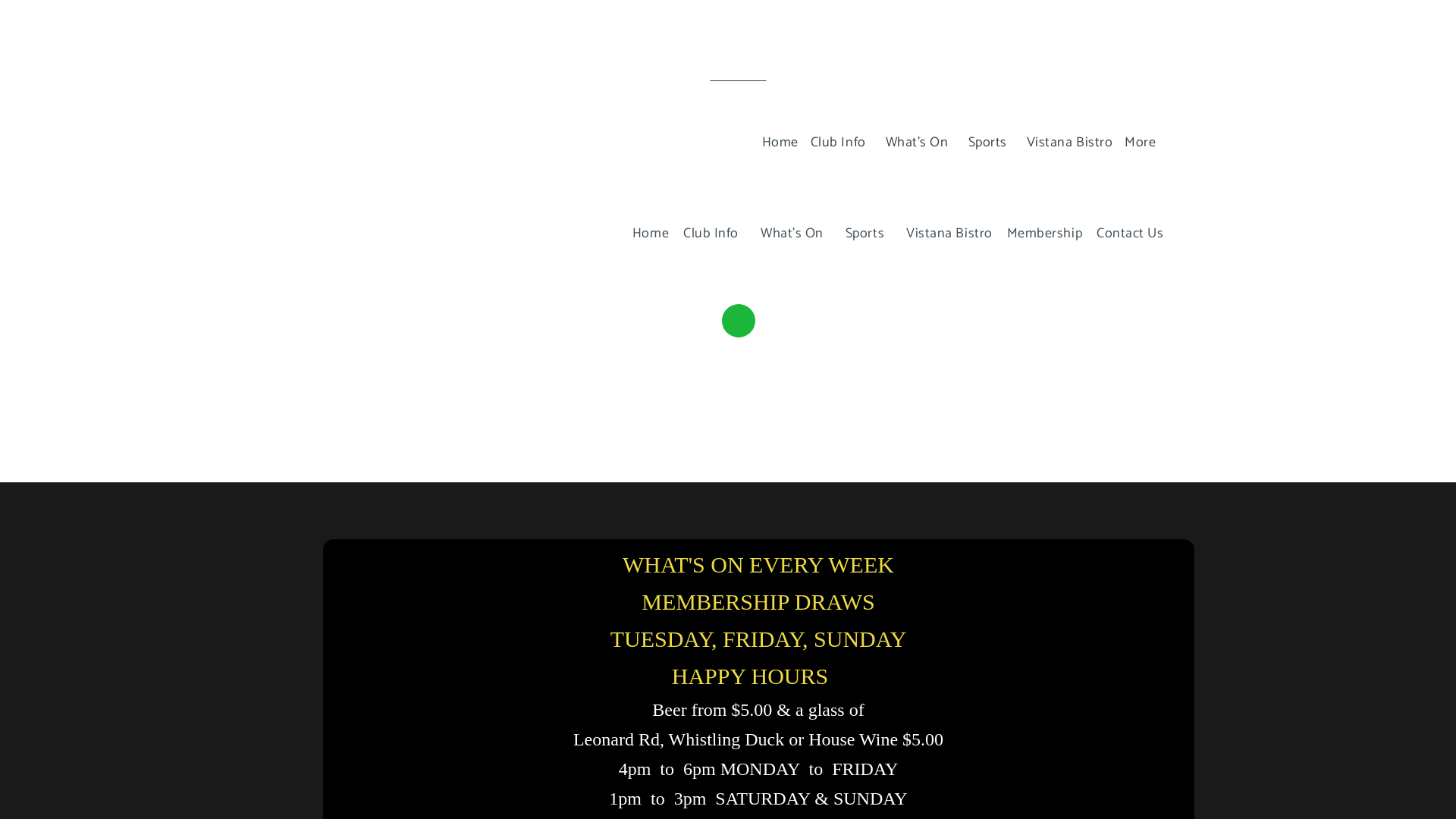 The image size is (1456, 819). What do you see at coordinates (1062, 143) in the screenshot?
I see `'Vistana Bistro'` at bounding box center [1062, 143].